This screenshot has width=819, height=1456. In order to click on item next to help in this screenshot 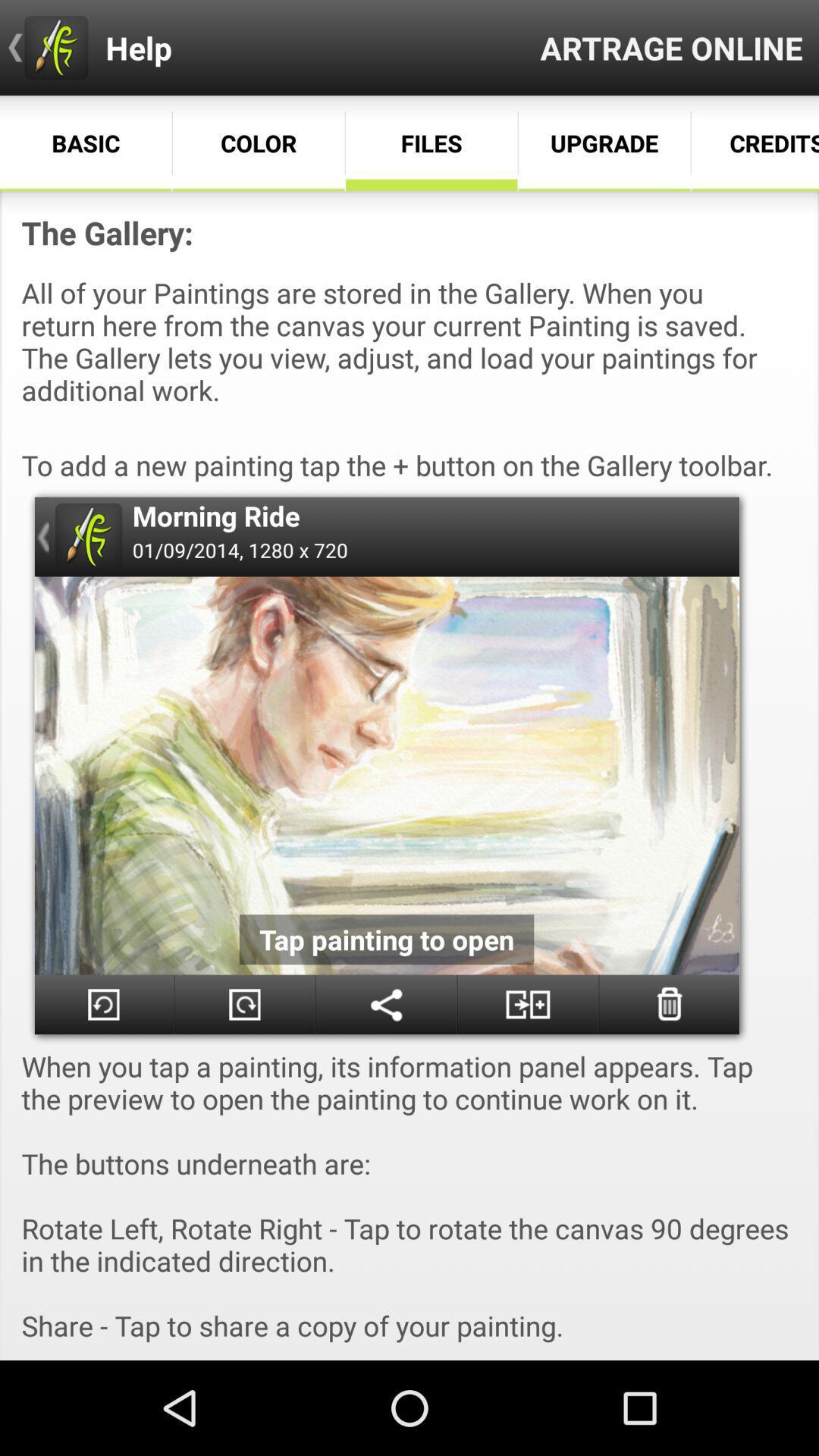, I will do `click(670, 47)`.